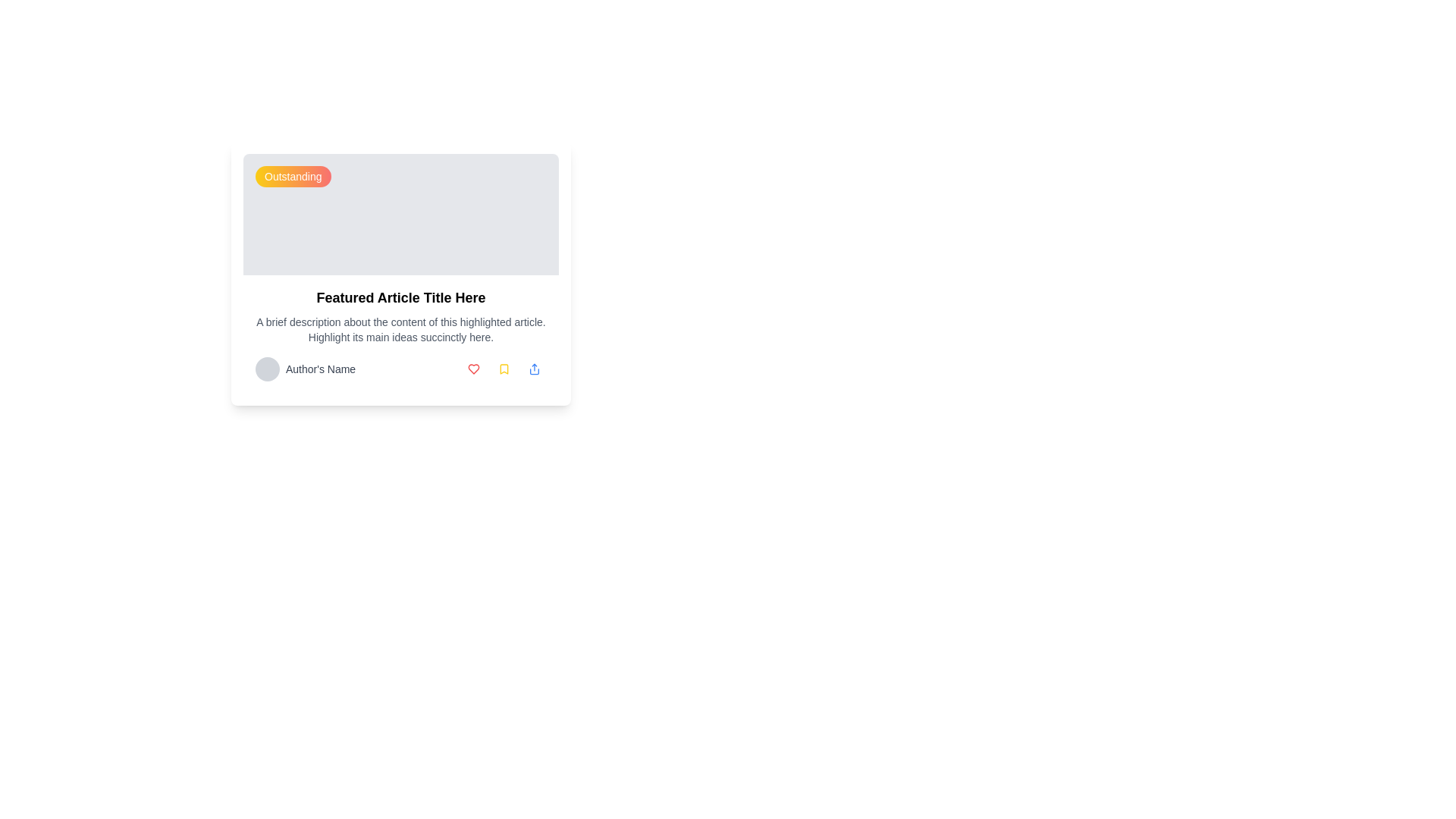 This screenshot has width=1456, height=819. I want to click on the hollow heart icon outlined in red located at the bottom section of the card layout, so click(472, 369).